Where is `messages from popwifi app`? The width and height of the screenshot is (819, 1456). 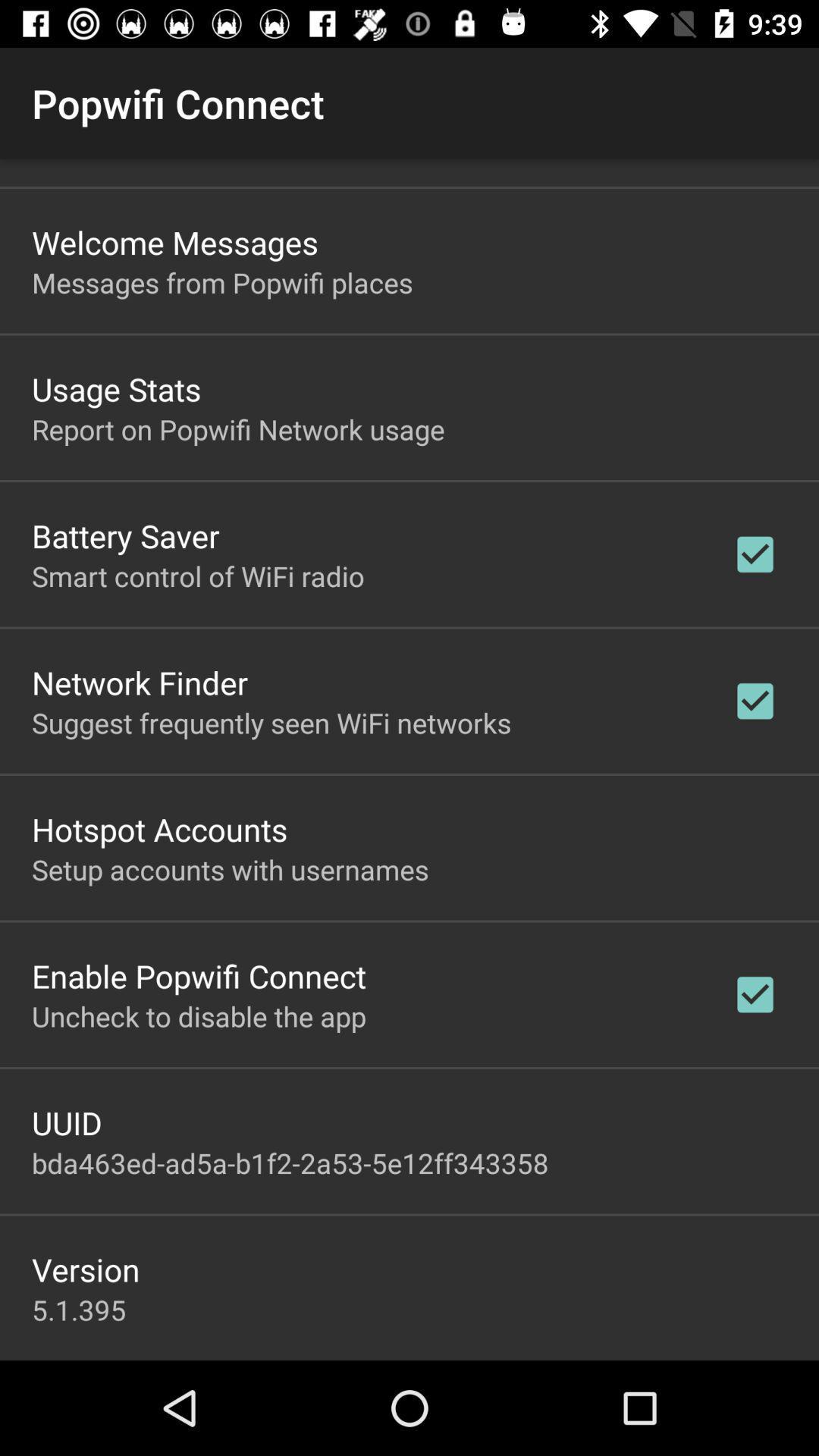 messages from popwifi app is located at coordinates (222, 282).